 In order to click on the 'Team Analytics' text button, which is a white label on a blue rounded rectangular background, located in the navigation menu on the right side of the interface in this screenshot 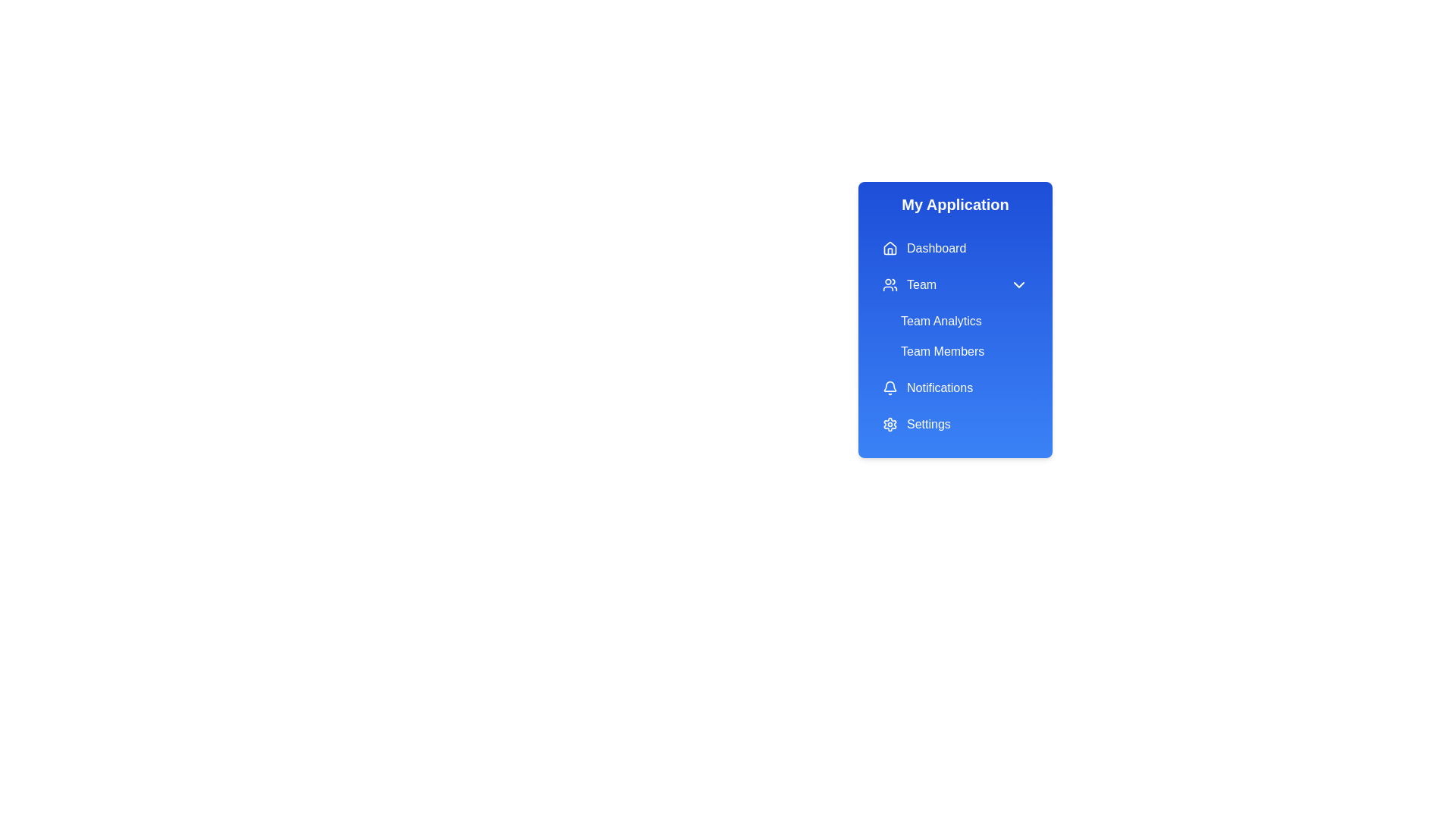, I will do `click(964, 321)`.